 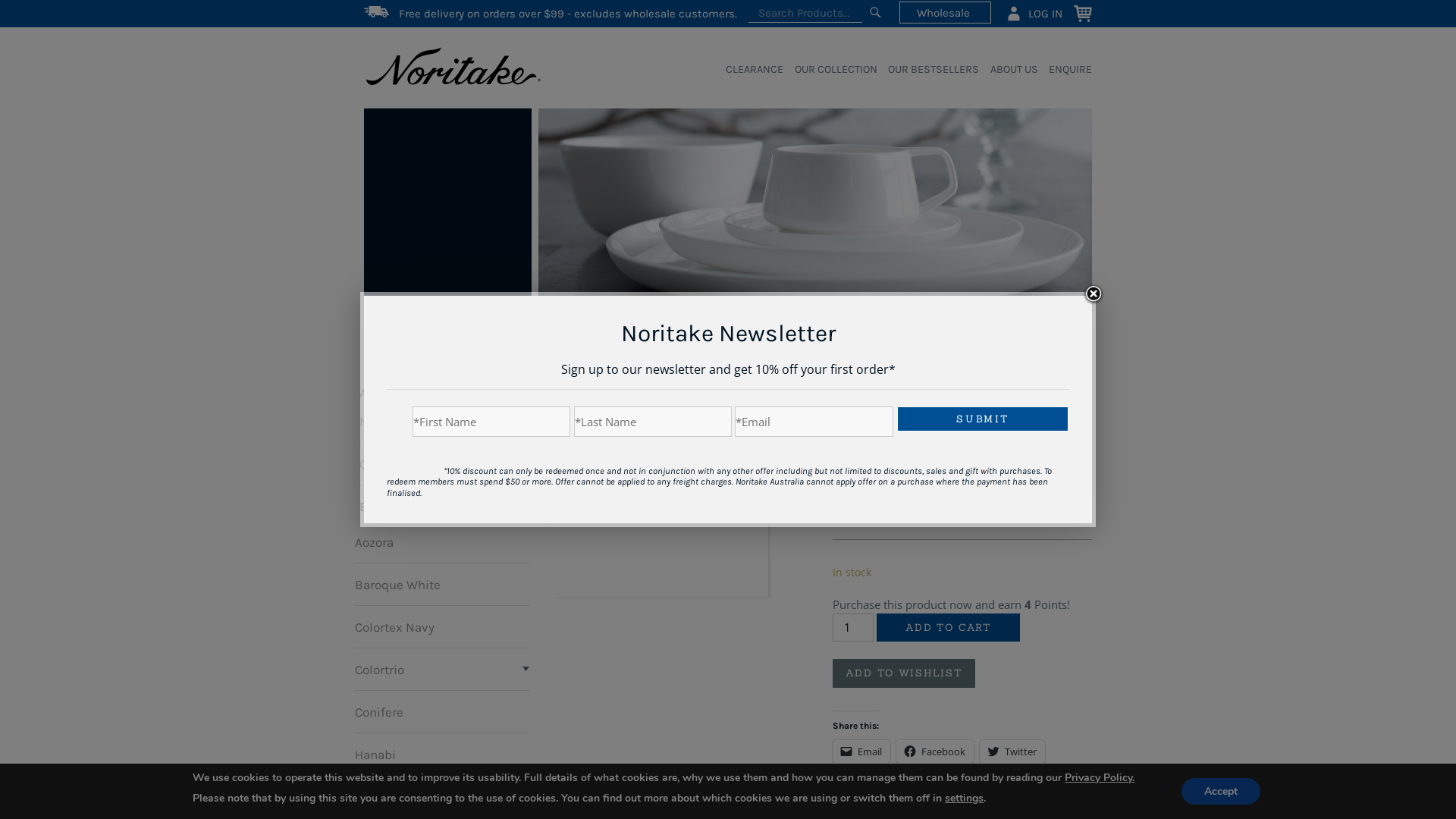 I want to click on 'Facebook', so click(x=934, y=752).